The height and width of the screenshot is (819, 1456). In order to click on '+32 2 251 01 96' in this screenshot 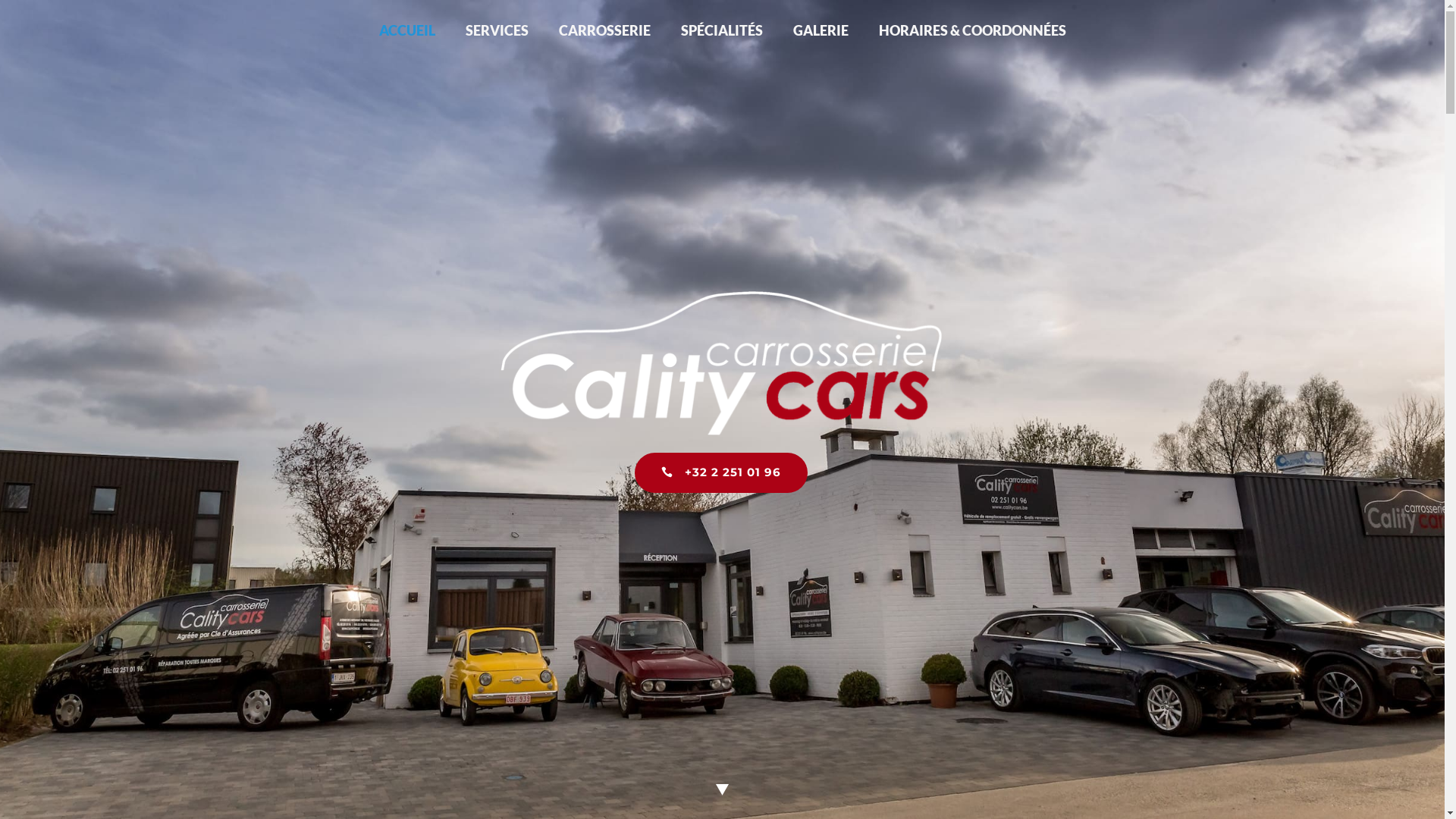, I will do `click(720, 472)`.